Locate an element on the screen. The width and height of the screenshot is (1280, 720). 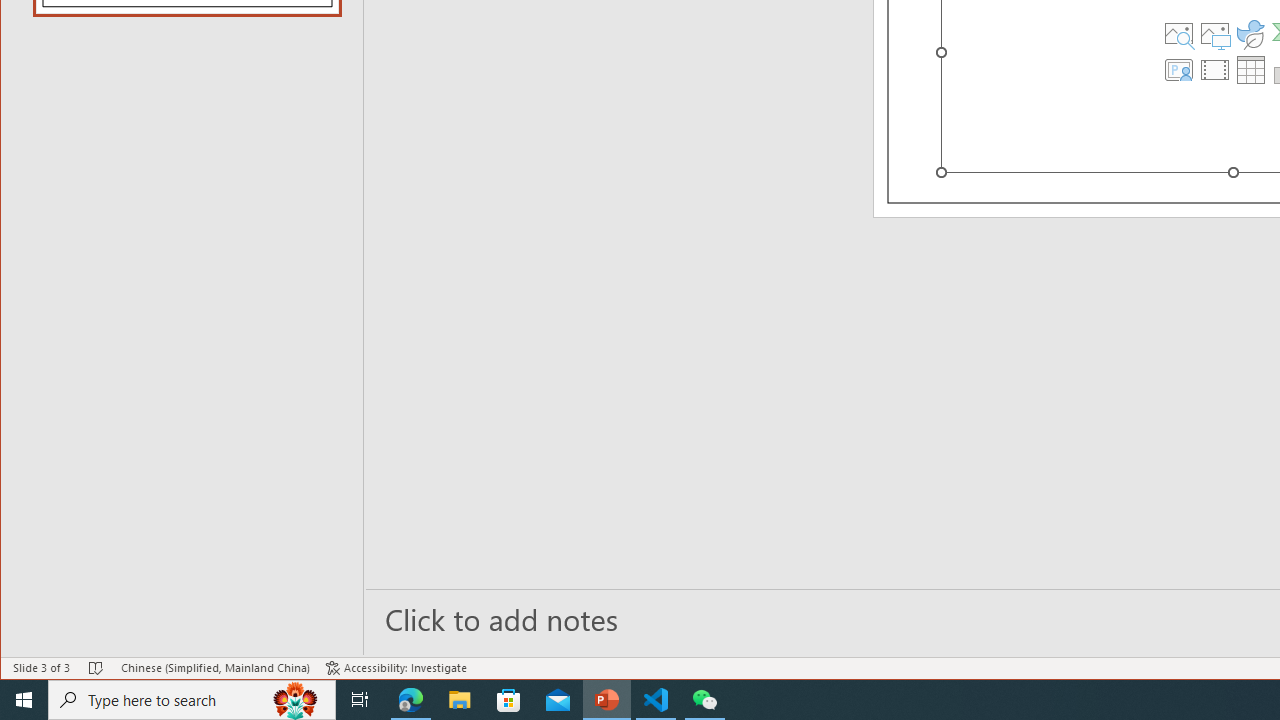
'Pictures' is located at coordinates (1214, 33).